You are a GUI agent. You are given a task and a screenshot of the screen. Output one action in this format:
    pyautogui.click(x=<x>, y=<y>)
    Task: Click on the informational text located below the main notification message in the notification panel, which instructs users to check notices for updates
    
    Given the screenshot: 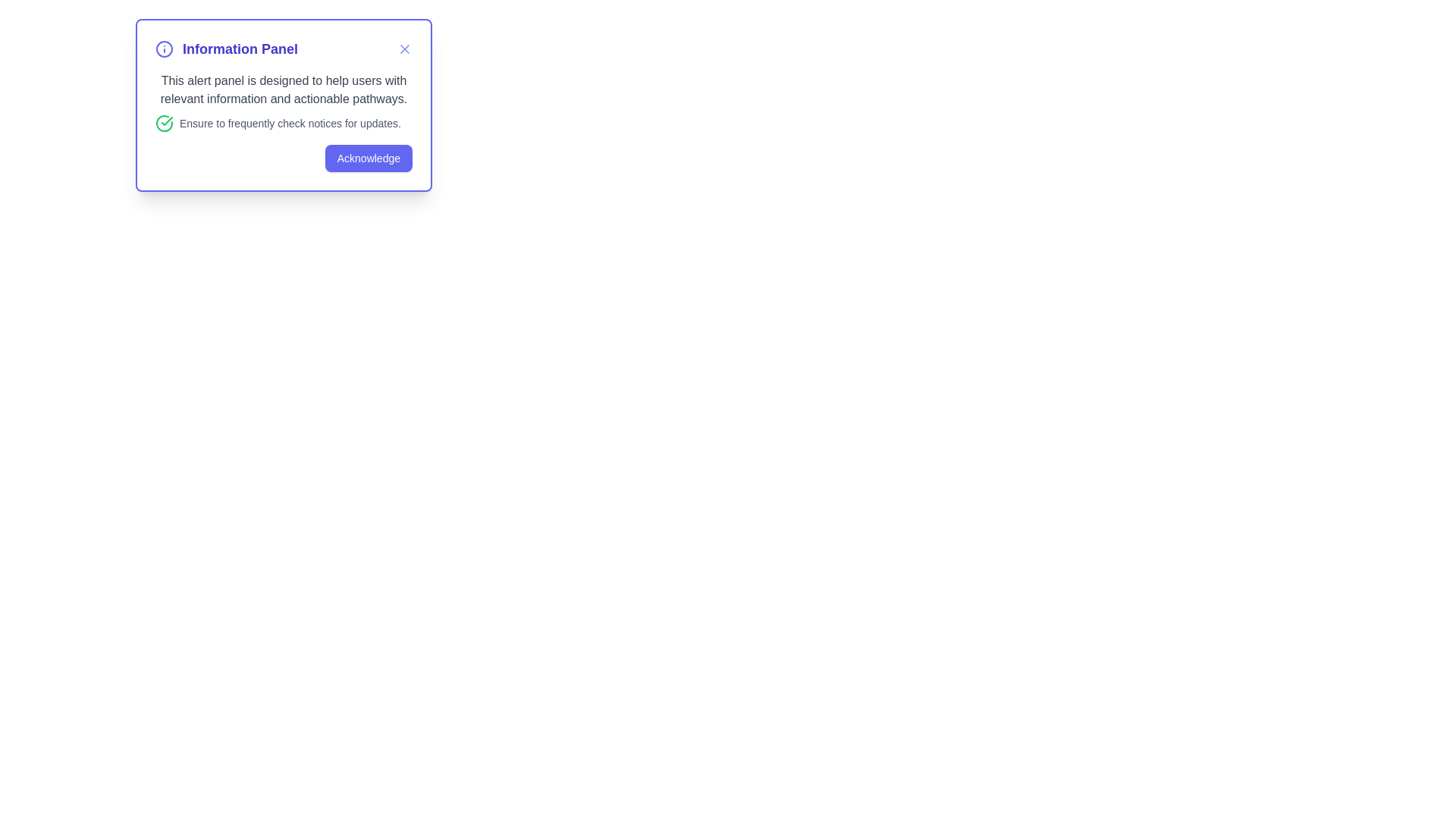 What is the action you would take?
    pyautogui.click(x=284, y=122)
    